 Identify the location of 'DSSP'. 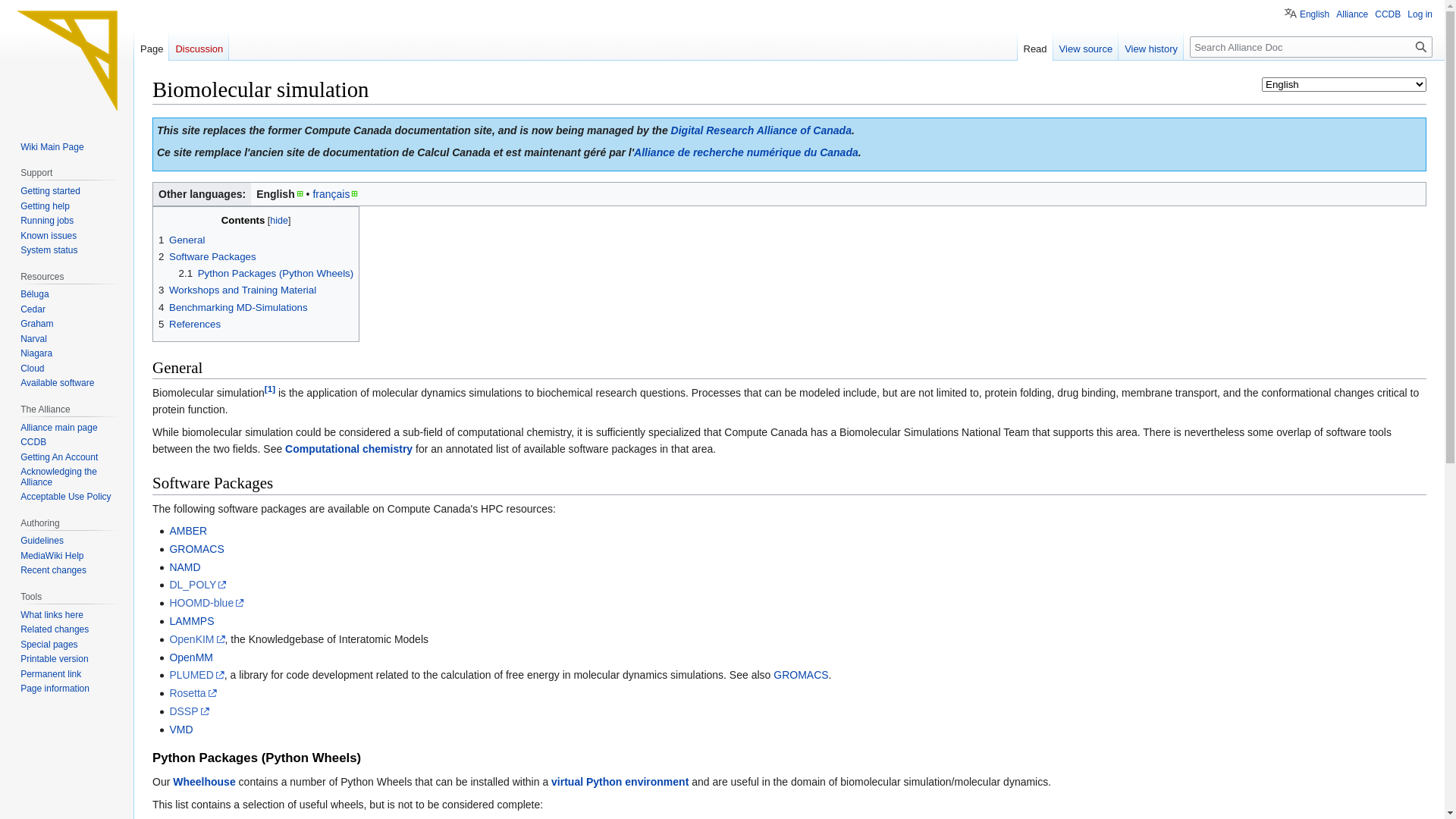
(188, 711).